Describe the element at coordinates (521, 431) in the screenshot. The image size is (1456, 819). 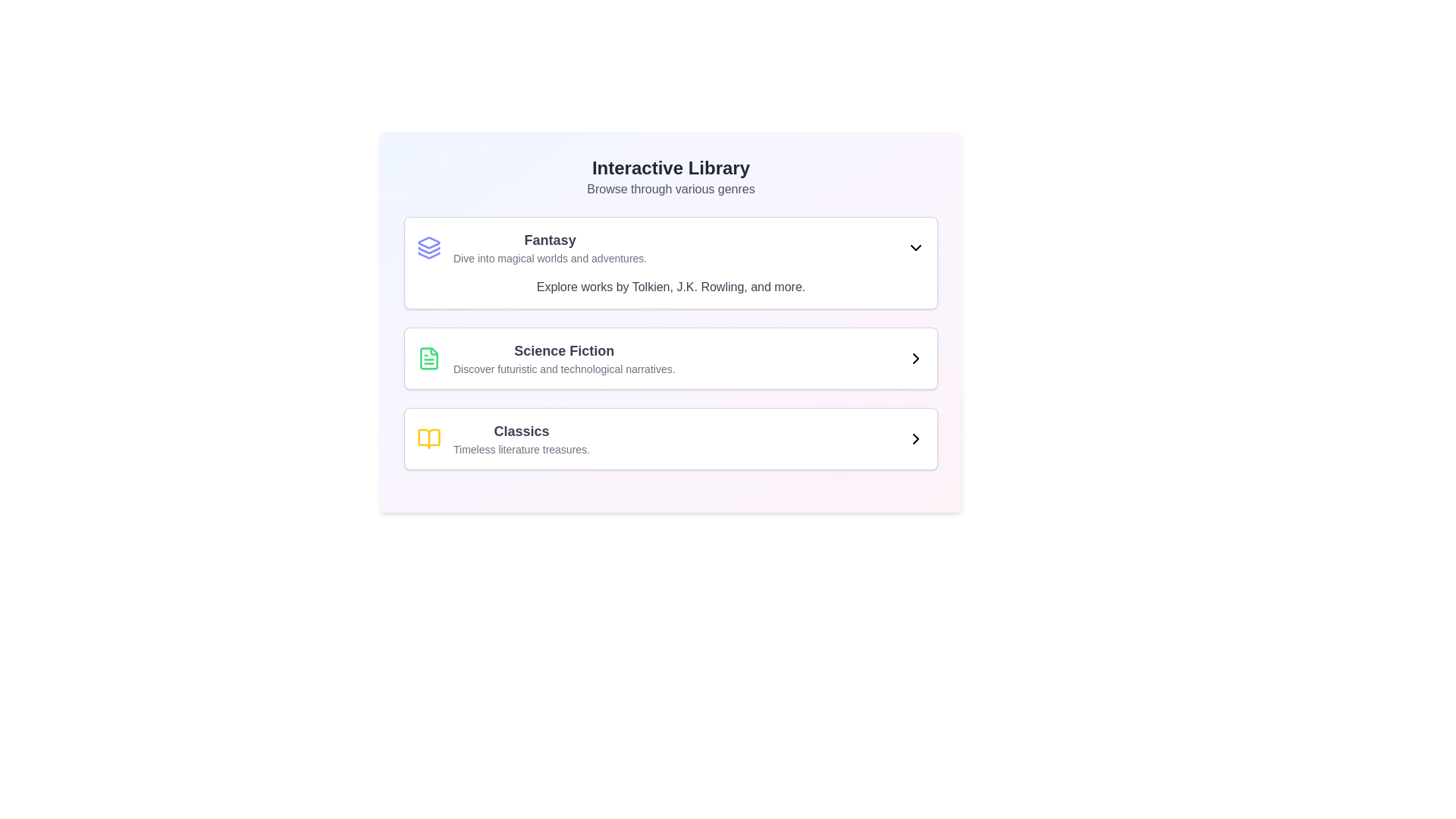
I see `the title text element for the 'Classics' section, which serves as a heading indicating the nature of this category in the interactive library` at that location.